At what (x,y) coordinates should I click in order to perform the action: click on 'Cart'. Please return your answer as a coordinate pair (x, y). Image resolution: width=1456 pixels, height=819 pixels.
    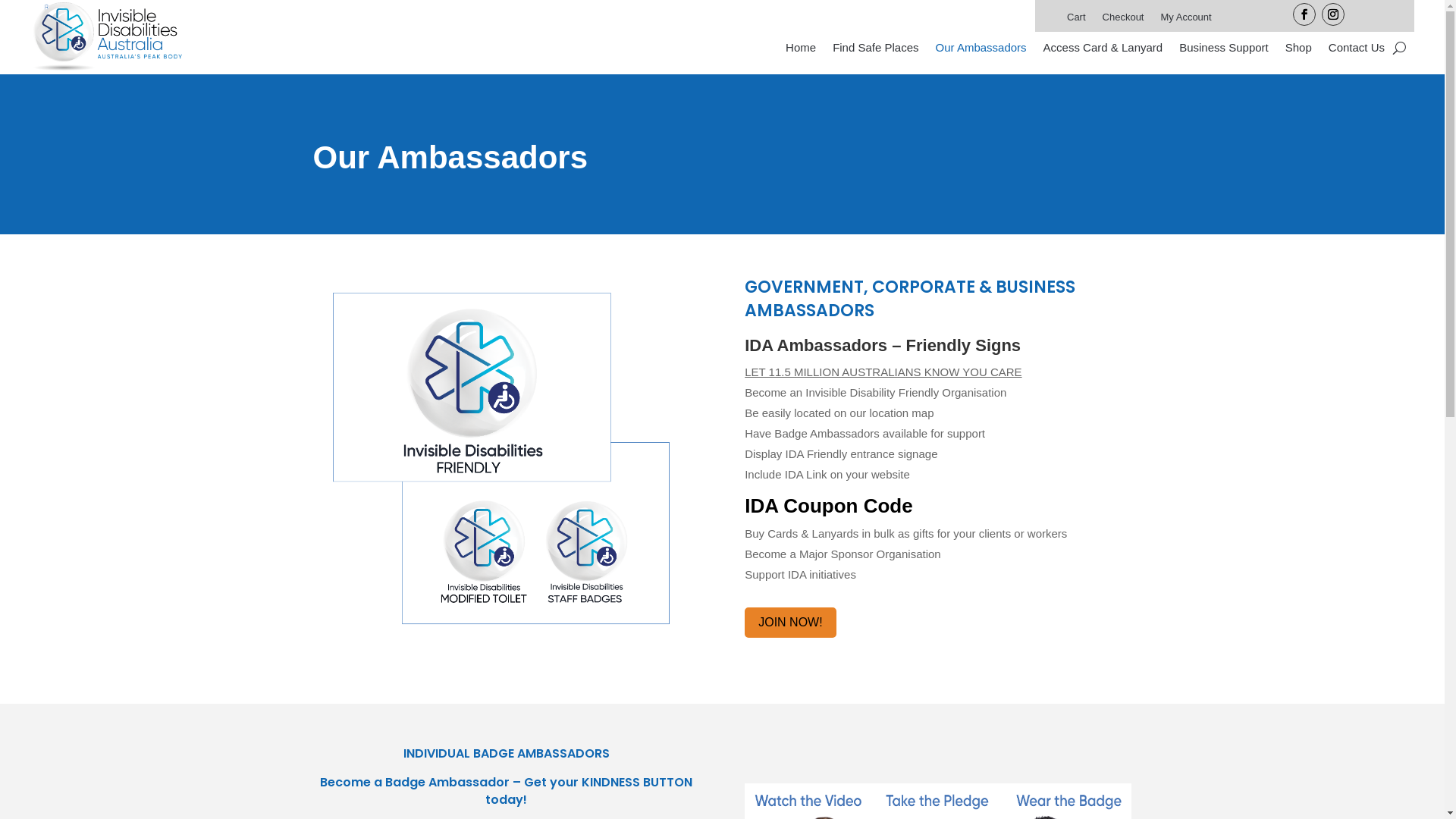
    Looking at the image, I should click on (1075, 20).